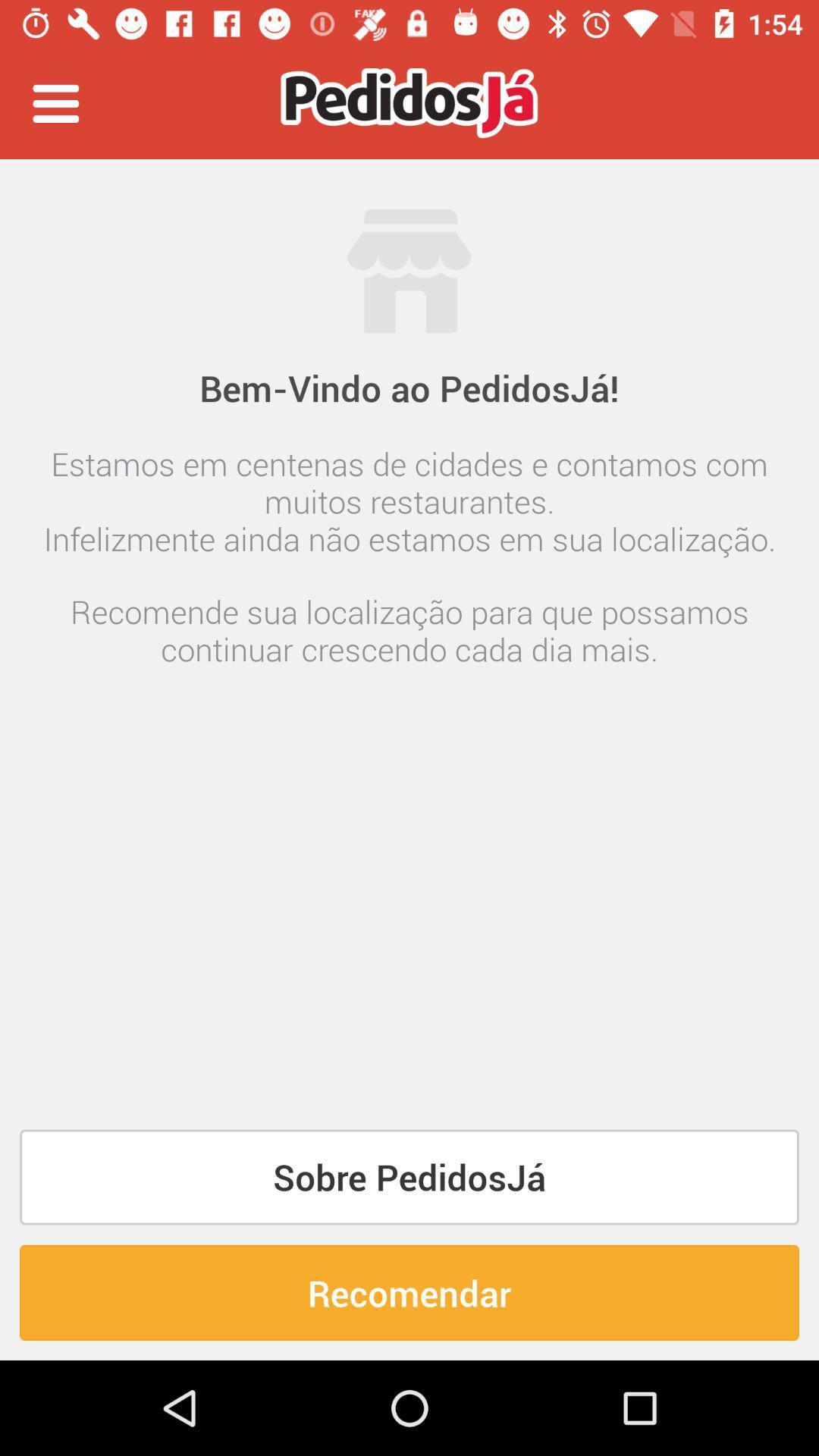 This screenshot has height=1456, width=819. Describe the element at coordinates (409, 1291) in the screenshot. I see `the recomendar item` at that location.